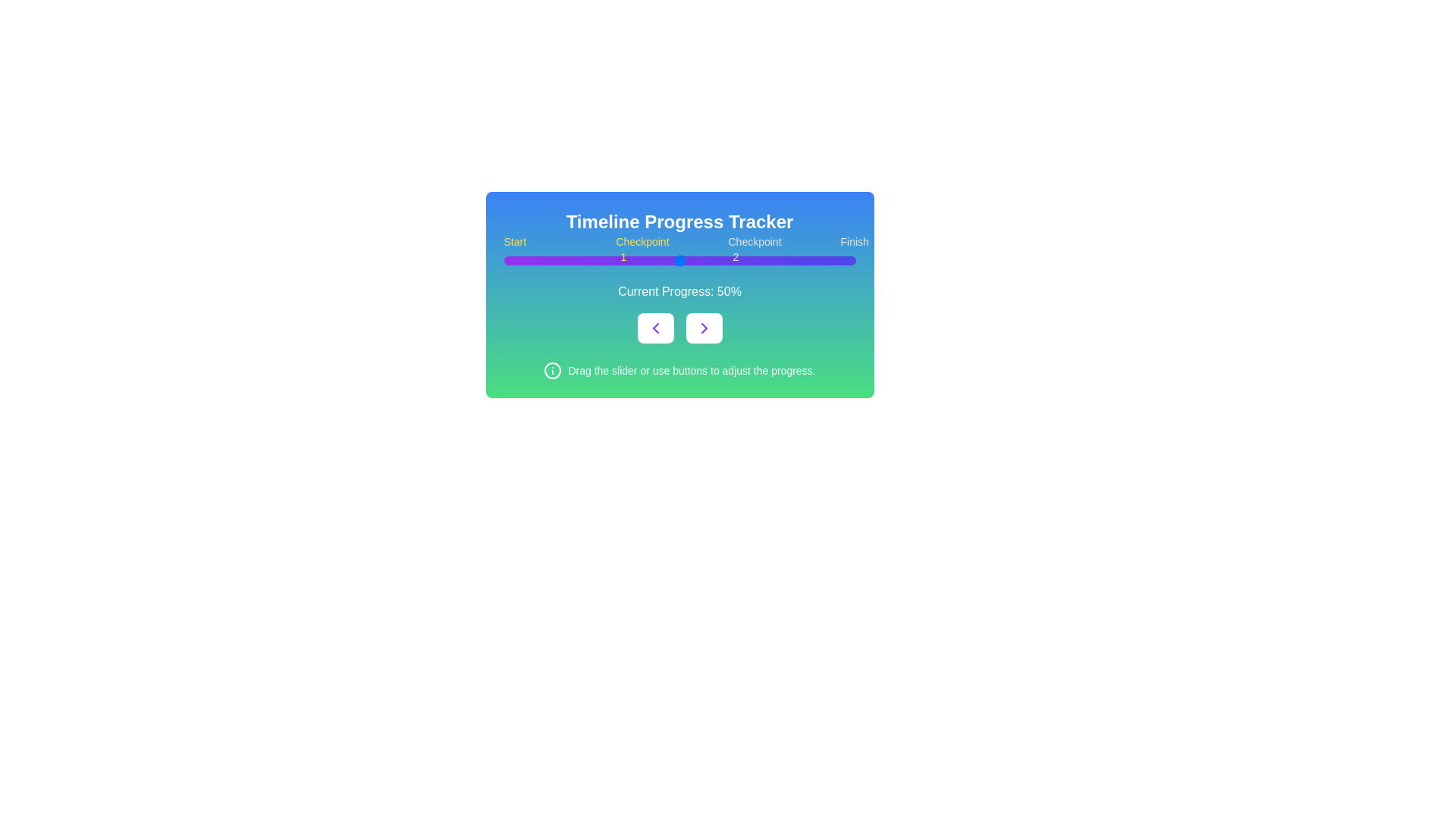 Image resolution: width=1456 pixels, height=819 pixels. I want to click on progress on the slider, so click(848, 259).